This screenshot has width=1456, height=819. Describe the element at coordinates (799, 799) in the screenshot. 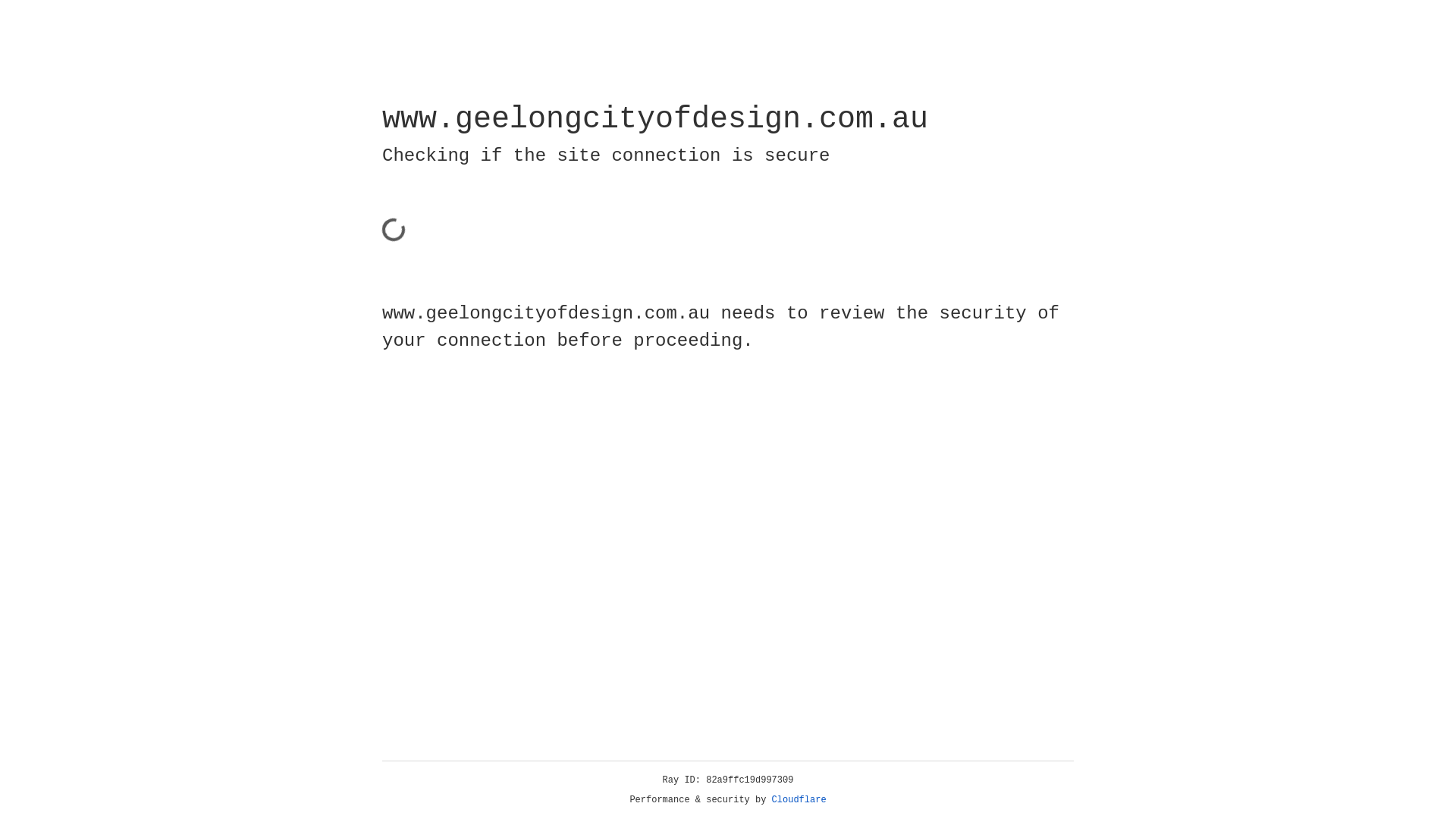

I see `'Cloudflare'` at that location.